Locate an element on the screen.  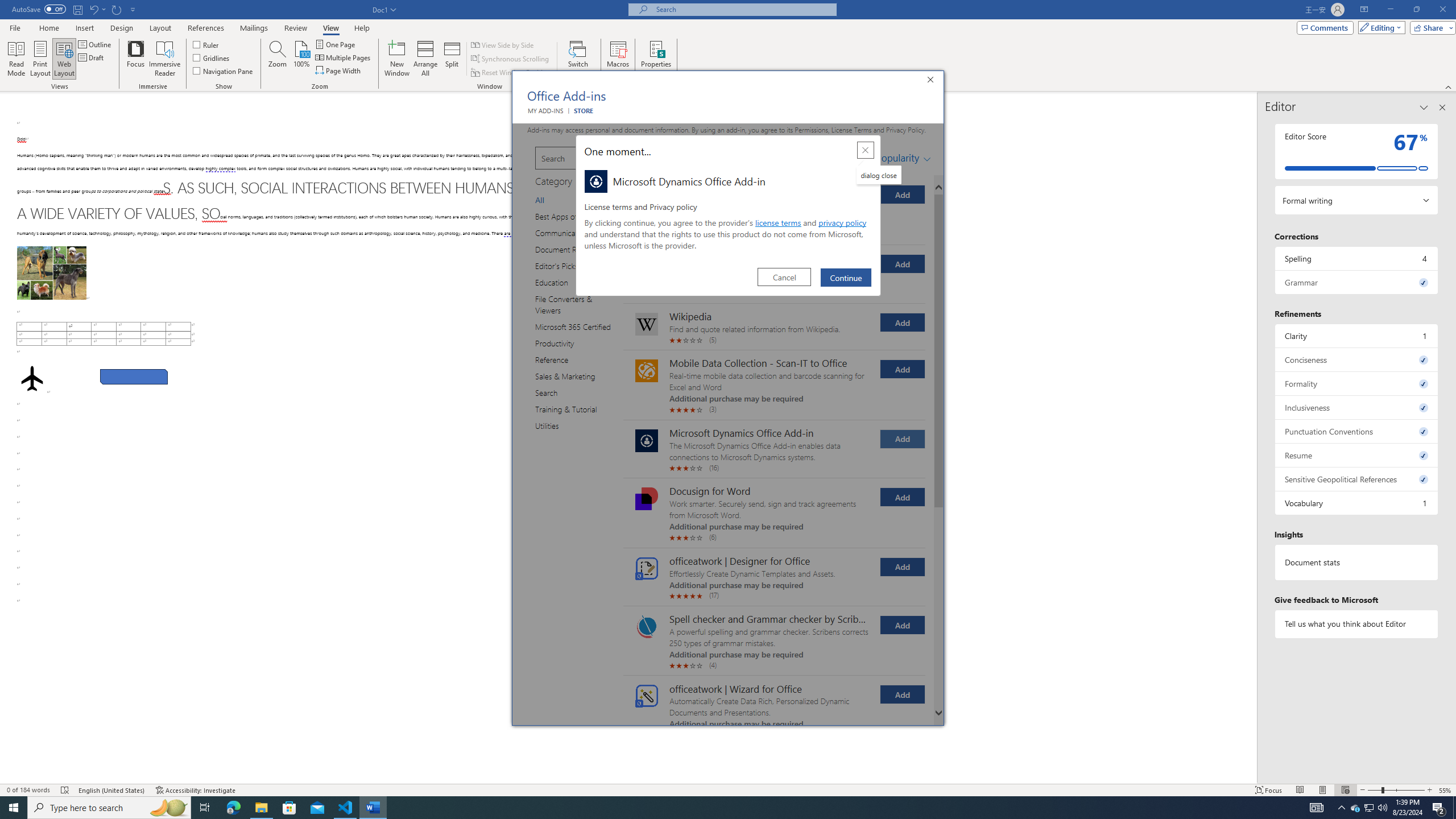
'100%' is located at coordinates (301, 59).